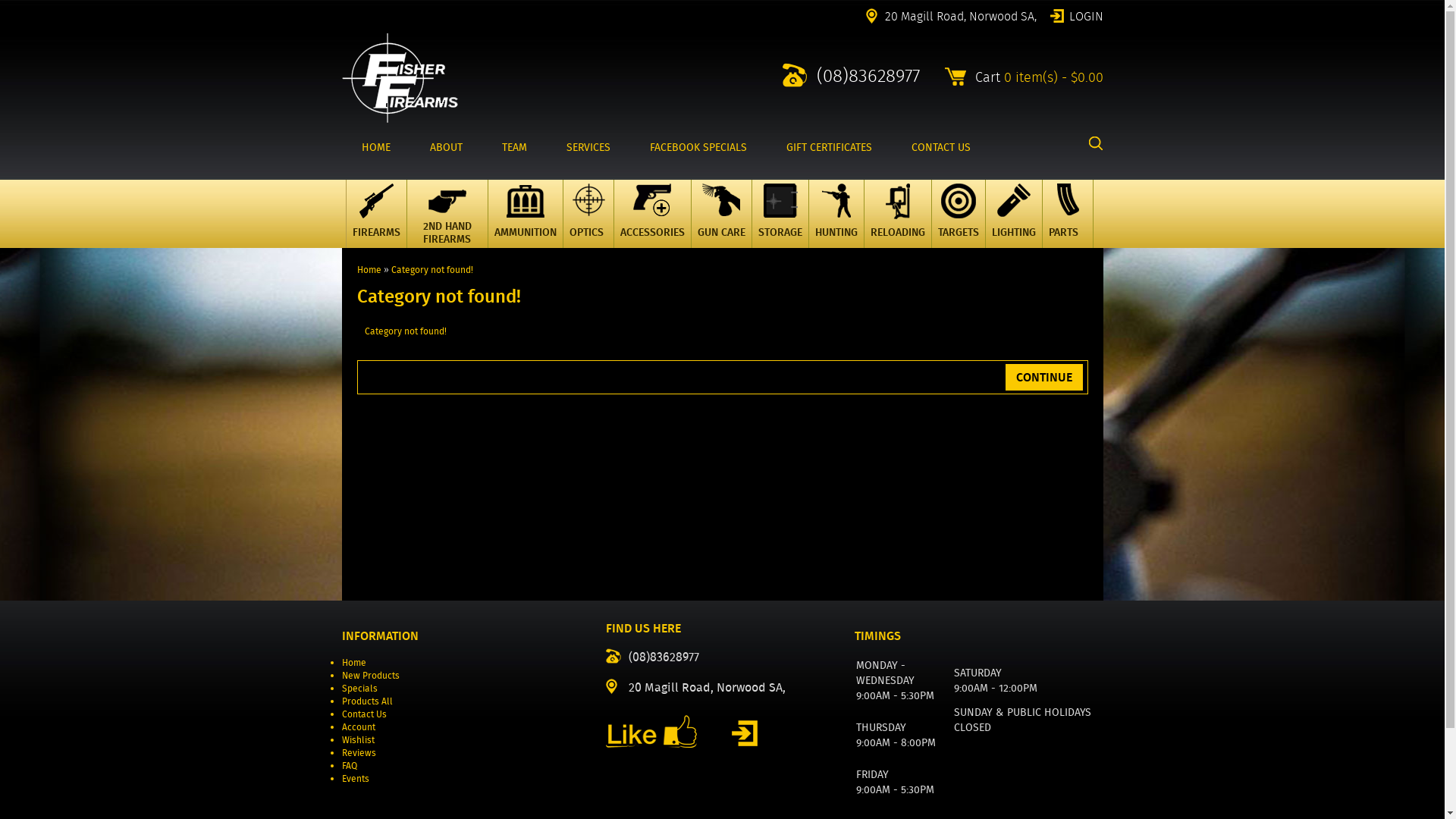 This screenshot has height=819, width=1456. What do you see at coordinates (348, 765) in the screenshot?
I see `'FAQ'` at bounding box center [348, 765].